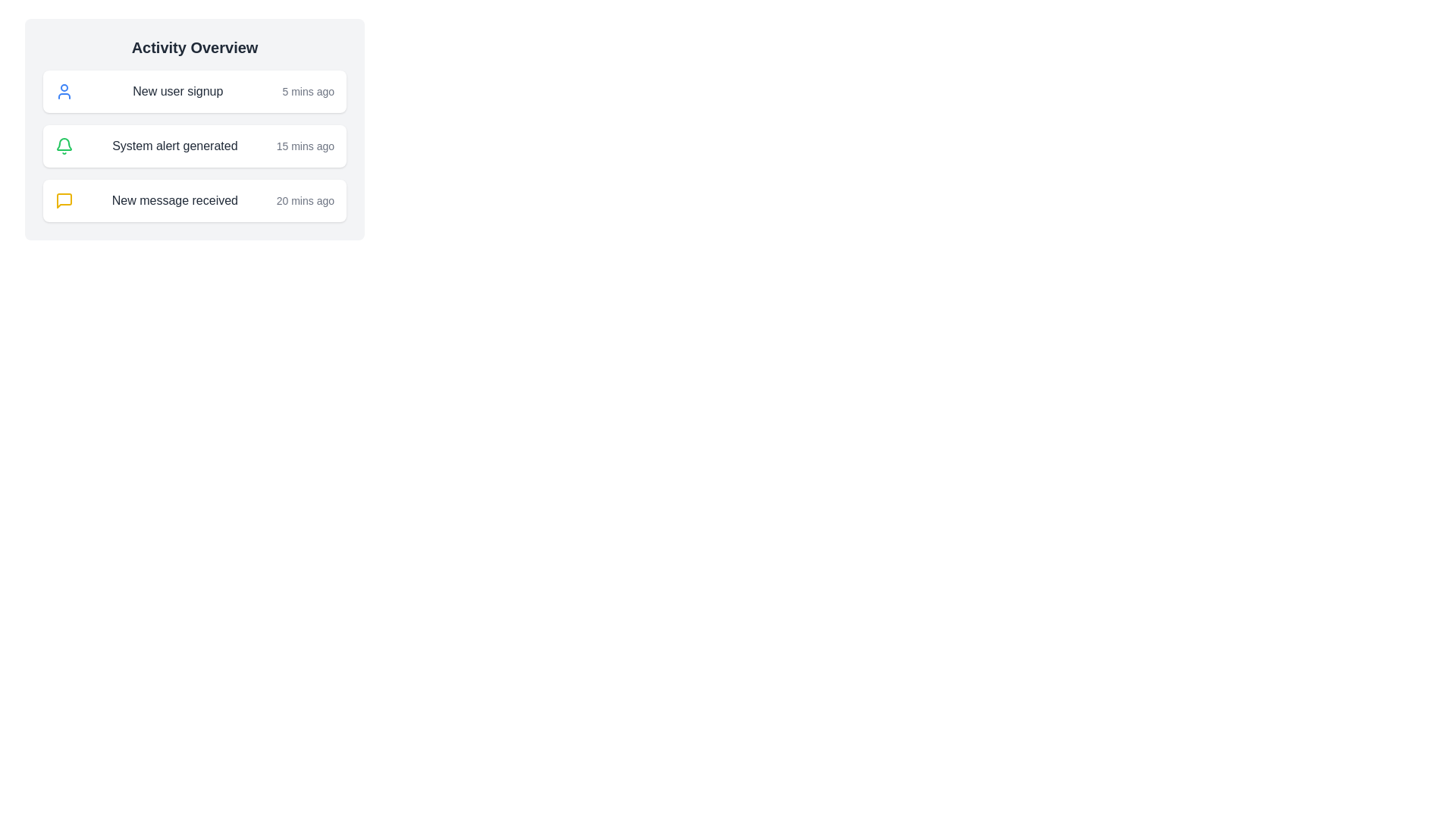 The width and height of the screenshot is (1456, 819). I want to click on the second notification in the 'Activity Overview' section, which indicates a 'System alert' generated 15 minutes ago, so click(194, 146).